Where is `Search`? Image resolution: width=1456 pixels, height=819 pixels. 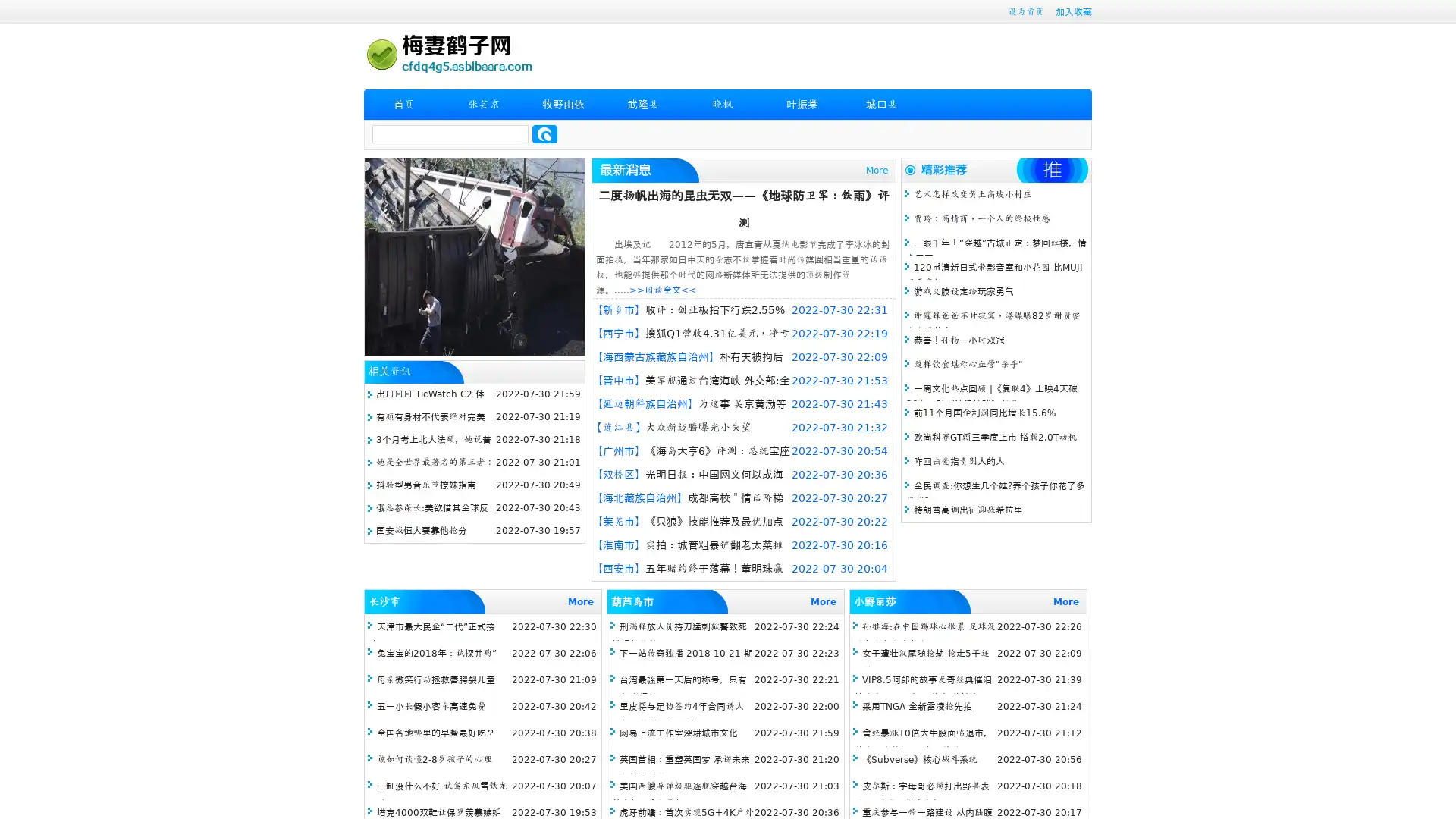
Search is located at coordinates (544, 133).